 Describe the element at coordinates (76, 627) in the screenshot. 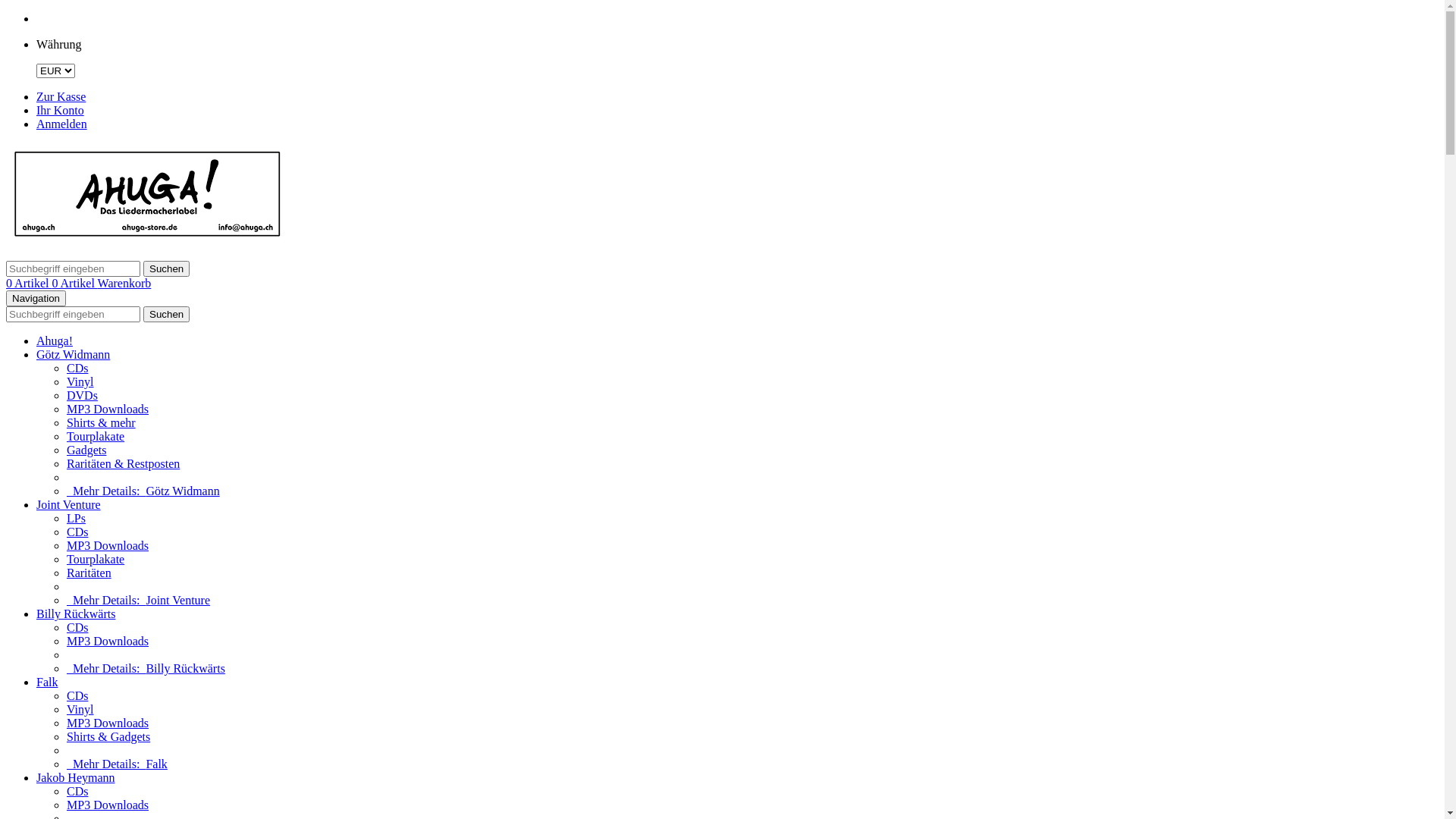

I see `'CDs'` at that location.